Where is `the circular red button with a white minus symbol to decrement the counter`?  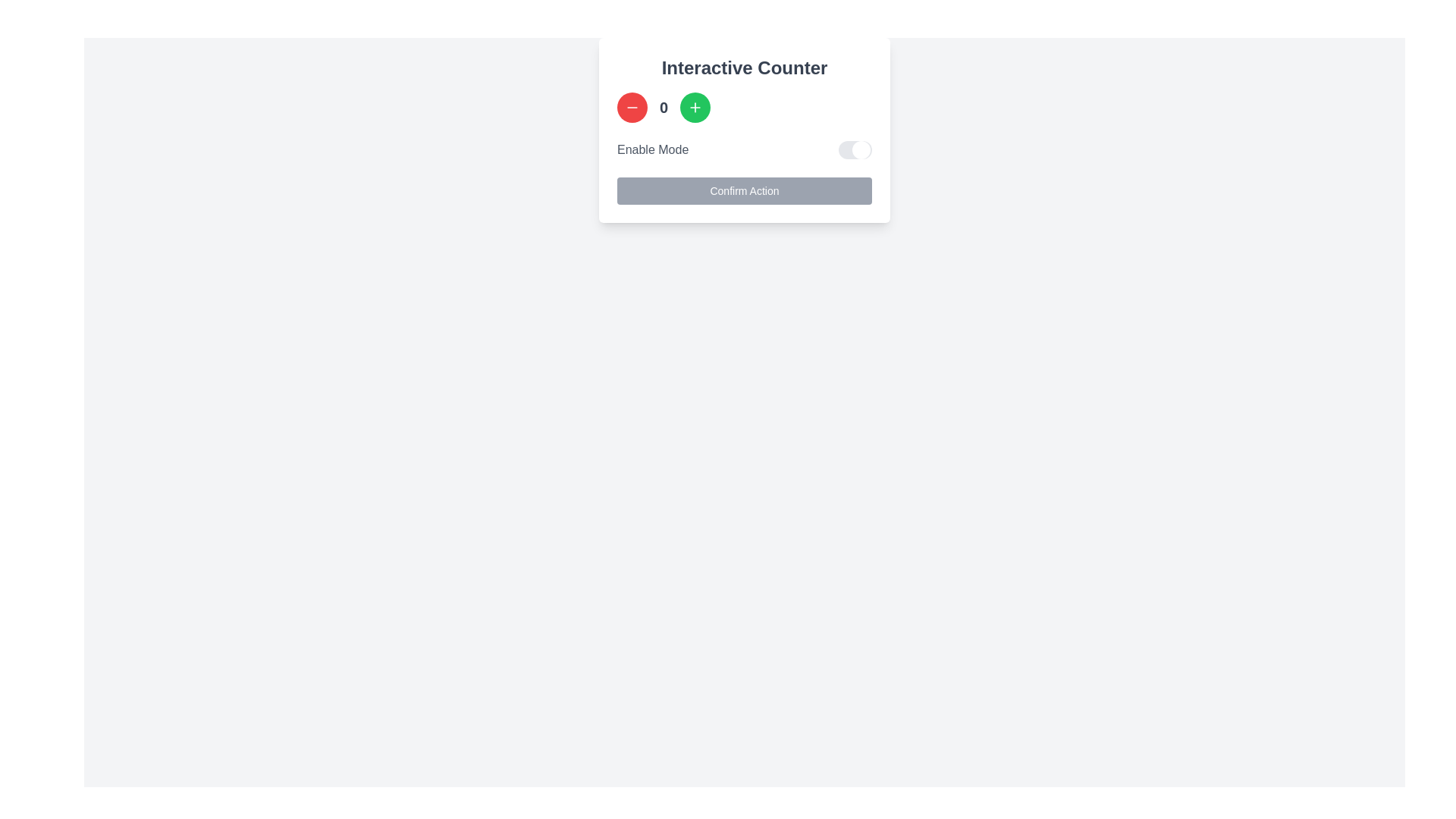
the circular red button with a white minus symbol to decrement the counter is located at coordinates (632, 107).